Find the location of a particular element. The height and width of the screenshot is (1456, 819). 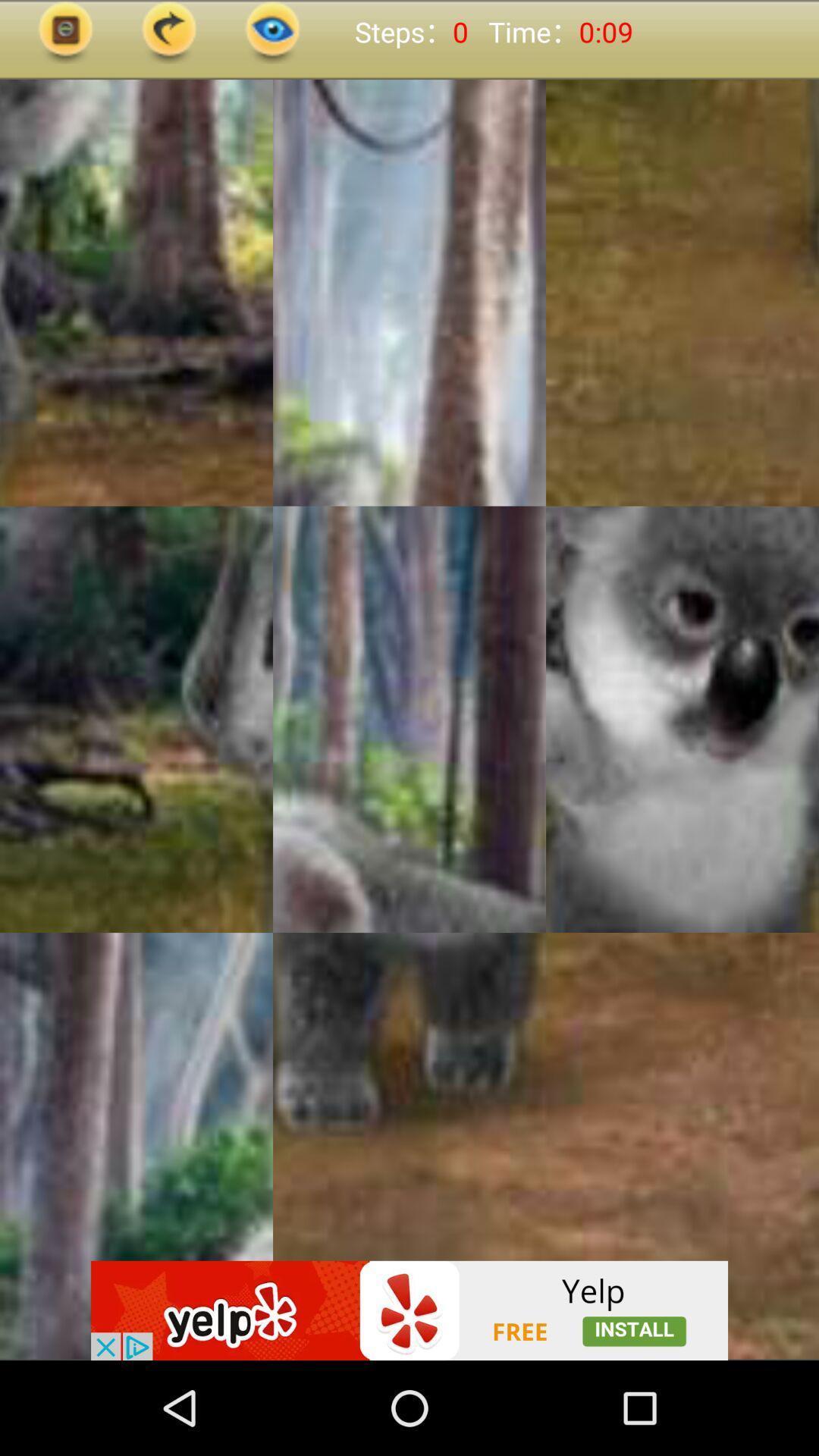

the photo icon is located at coordinates (65, 32).